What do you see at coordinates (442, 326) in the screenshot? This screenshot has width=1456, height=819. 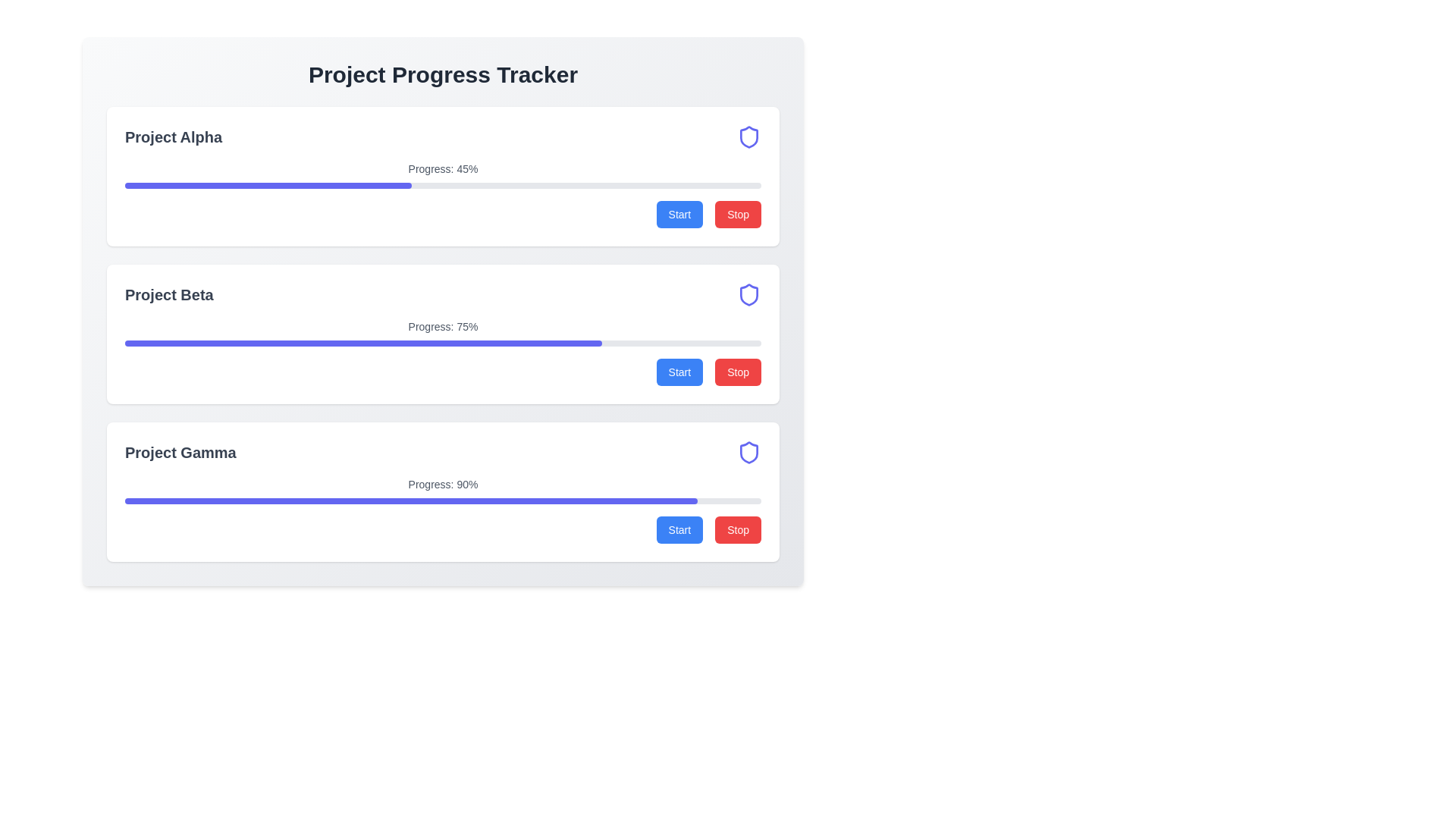 I see `the 'Progress: 75%' text label located within the 'Project Beta' card, positioned between the title and the progress bar` at bounding box center [442, 326].